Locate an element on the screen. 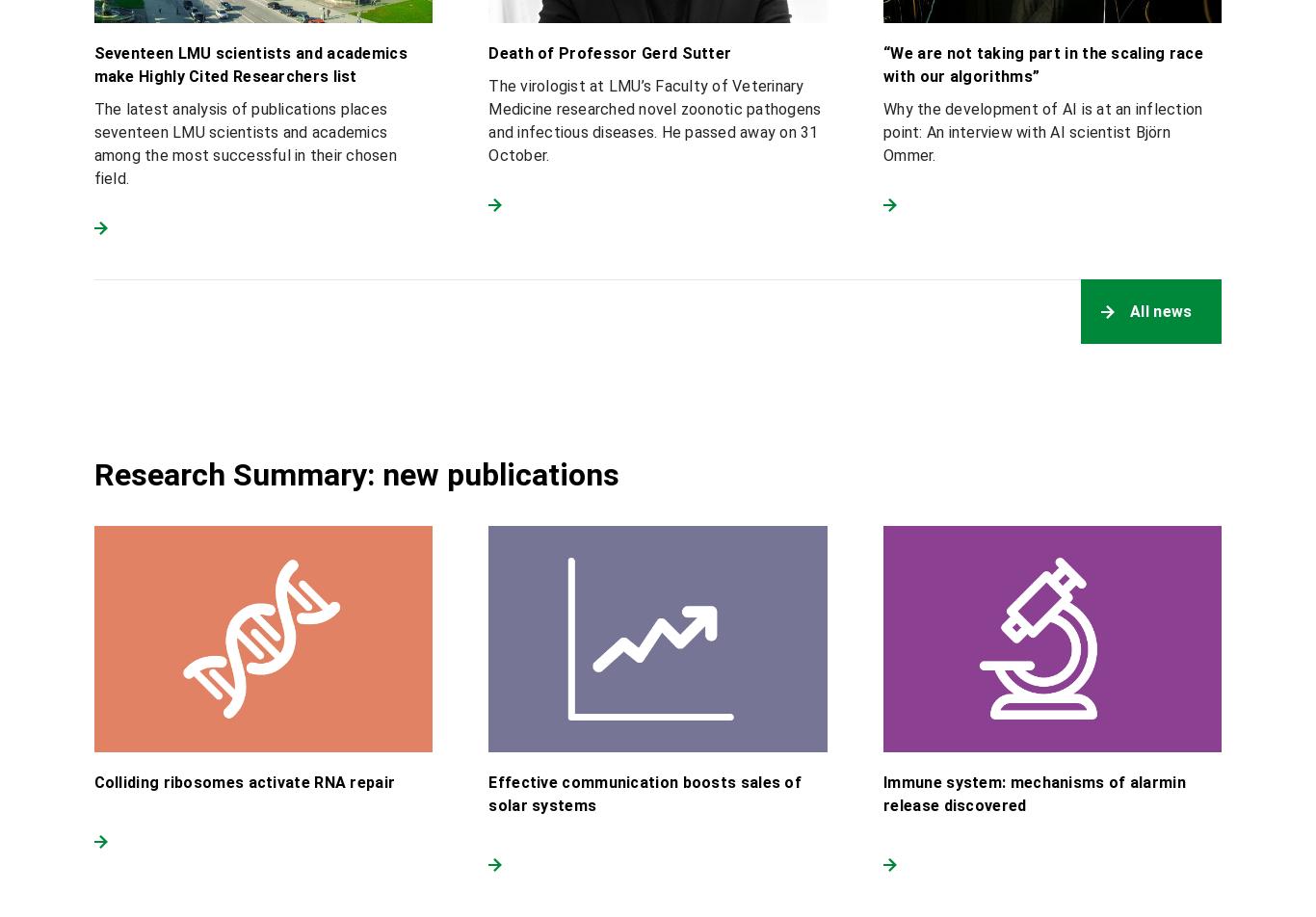 This screenshot has width=1316, height=917. 'The virologist at LMU’s Faculty of Veterinary Medicine researched novel zoonotic pathogens and infectious diseases. He passed away on 31 October.' is located at coordinates (653, 119).